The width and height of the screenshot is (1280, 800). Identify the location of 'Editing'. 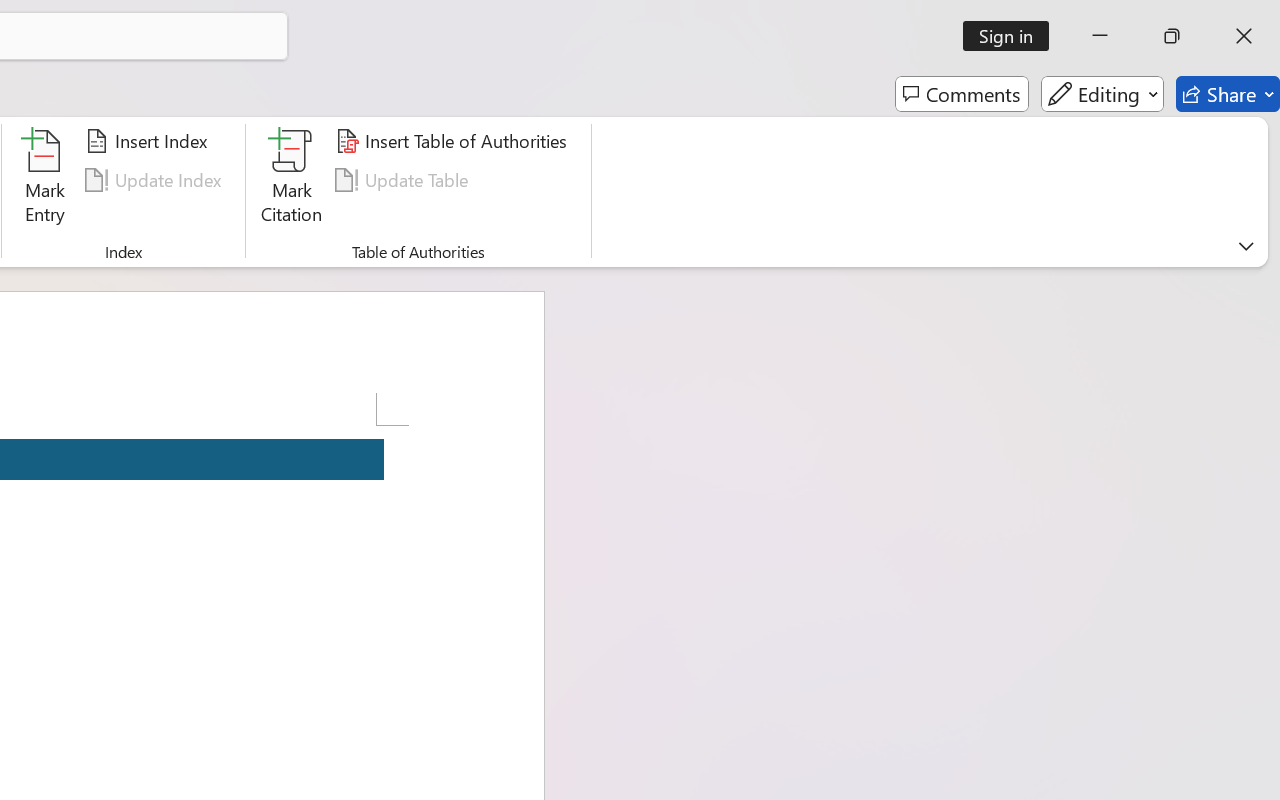
(1101, 94).